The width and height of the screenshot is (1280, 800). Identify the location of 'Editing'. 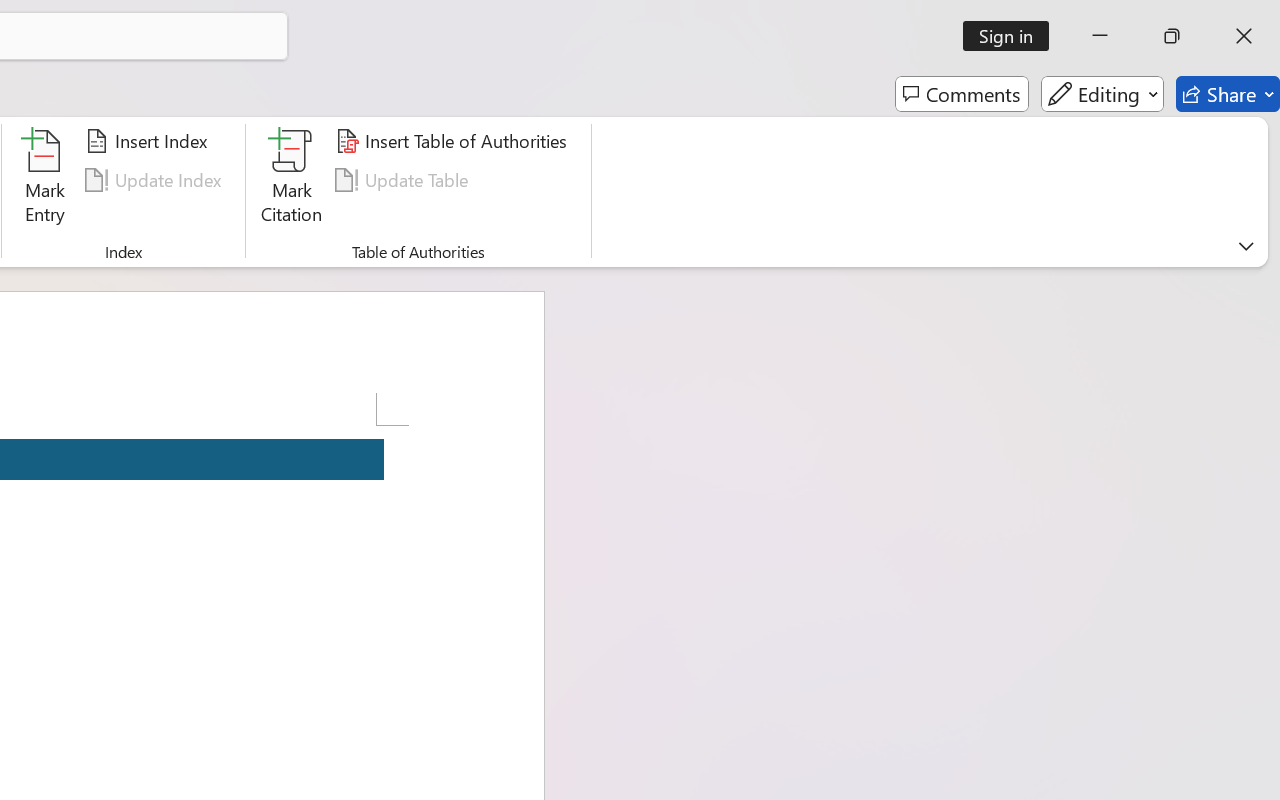
(1101, 94).